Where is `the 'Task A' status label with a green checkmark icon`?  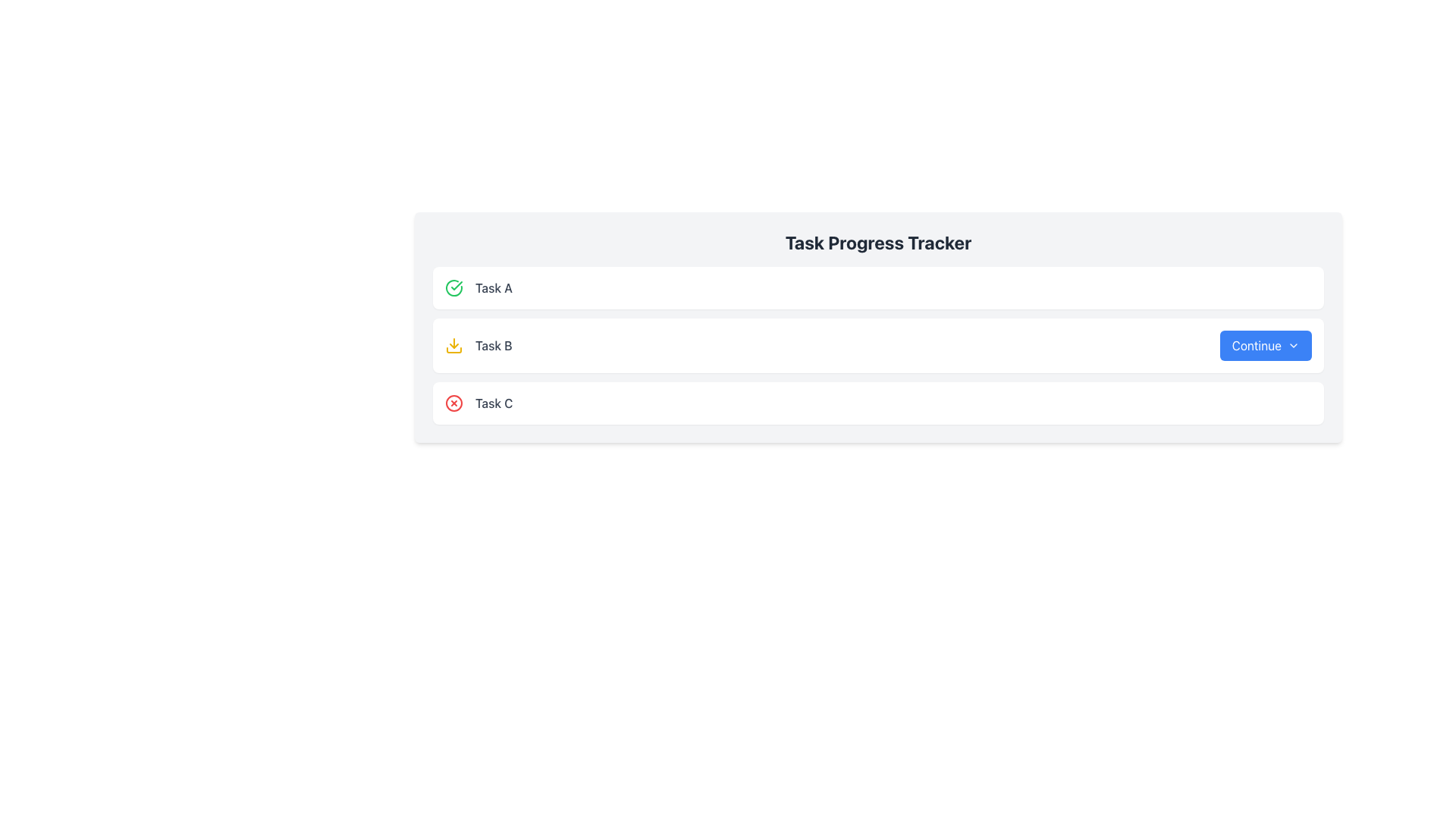
the 'Task A' status label with a green checkmark icon is located at coordinates (478, 288).